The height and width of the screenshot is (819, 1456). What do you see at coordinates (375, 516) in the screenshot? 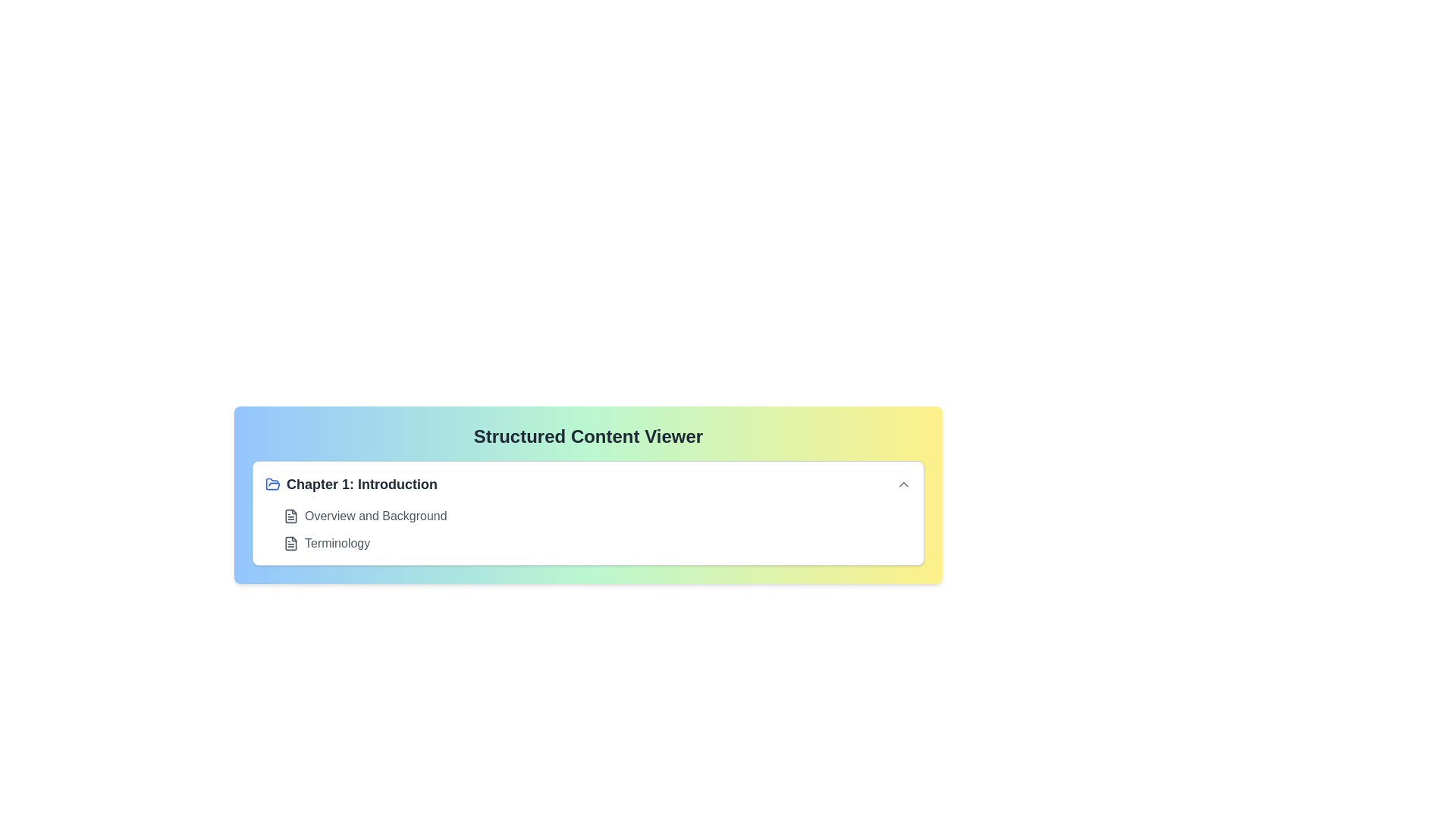
I see `the text label that describes 'Overview and Background', which is the second item in the list under 'Chapter 1: Introduction'` at bounding box center [375, 516].